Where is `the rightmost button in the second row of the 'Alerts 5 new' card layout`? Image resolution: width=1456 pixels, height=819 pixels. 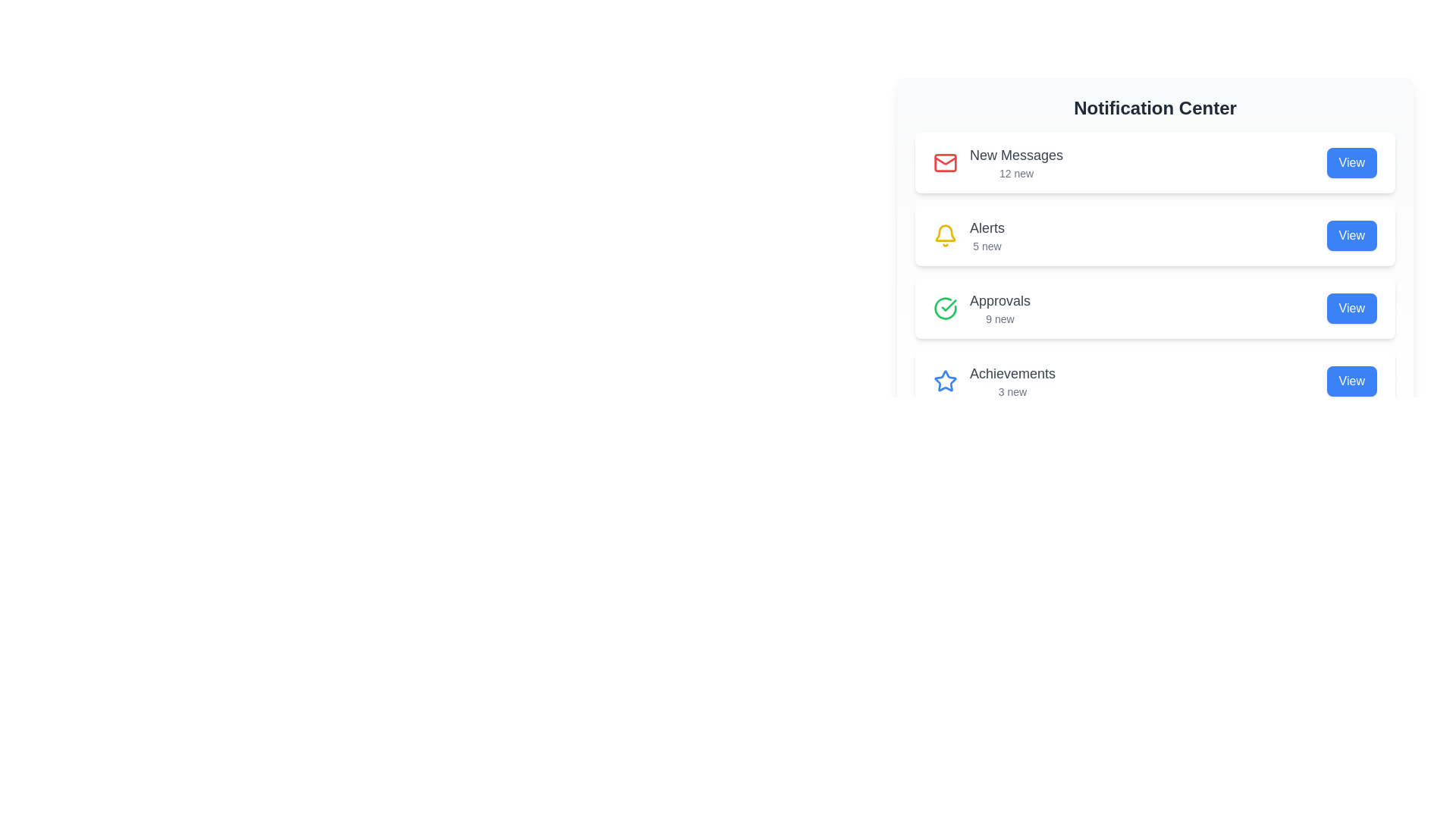
the rightmost button in the second row of the 'Alerts 5 new' card layout is located at coordinates (1351, 236).